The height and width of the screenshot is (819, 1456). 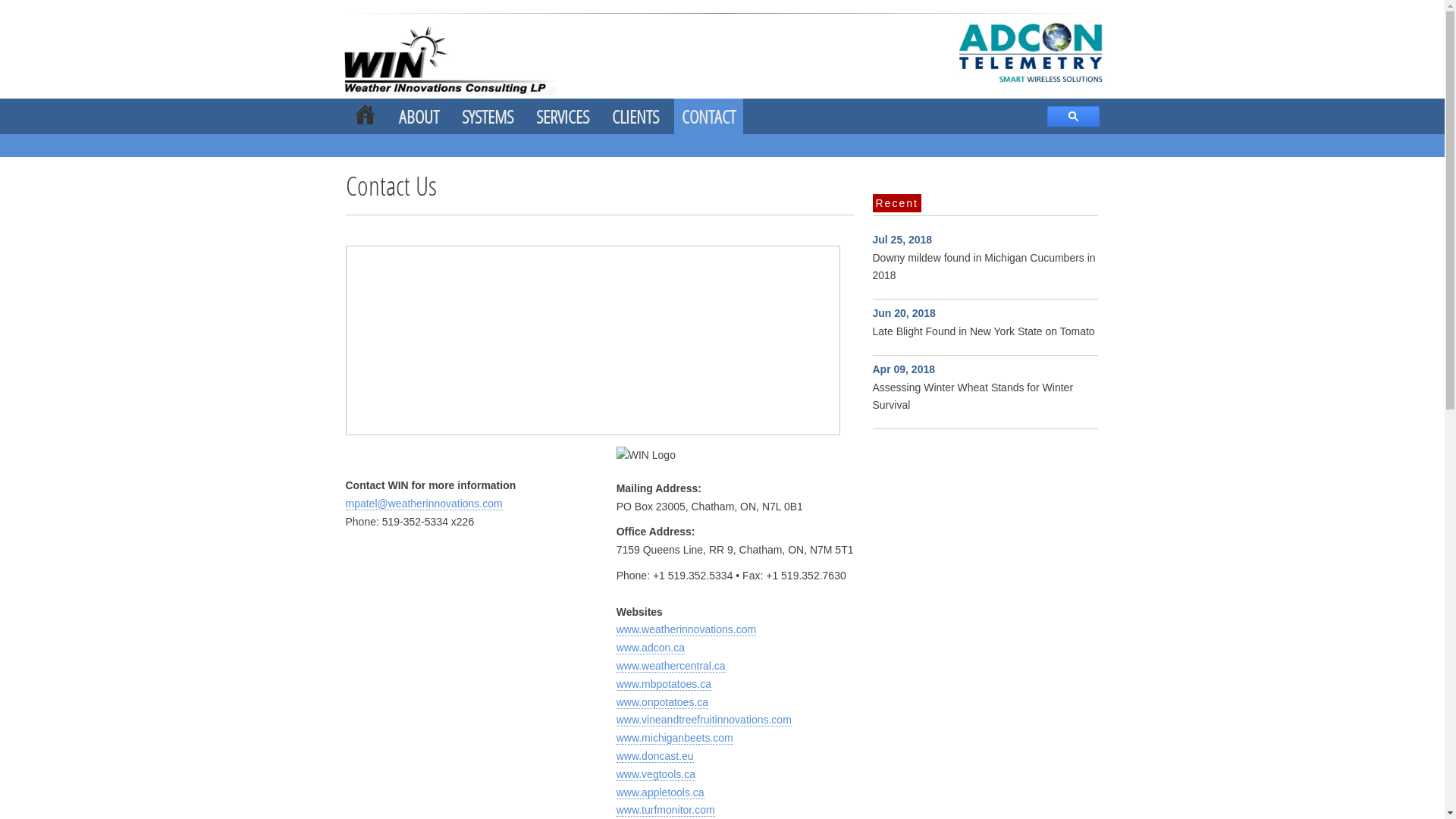 What do you see at coordinates (666, 809) in the screenshot?
I see `'www.turfmonitor.com'` at bounding box center [666, 809].